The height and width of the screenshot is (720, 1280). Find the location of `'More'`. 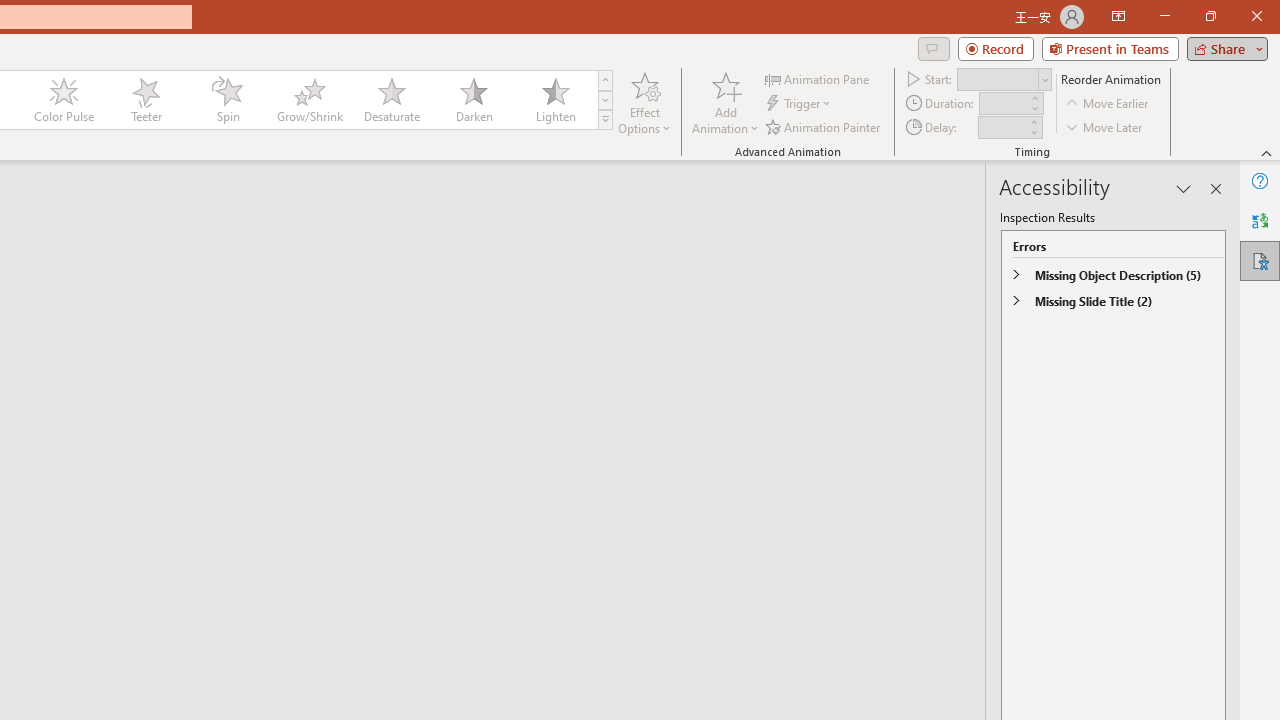

'More' is located at coordinates (1033, 121).